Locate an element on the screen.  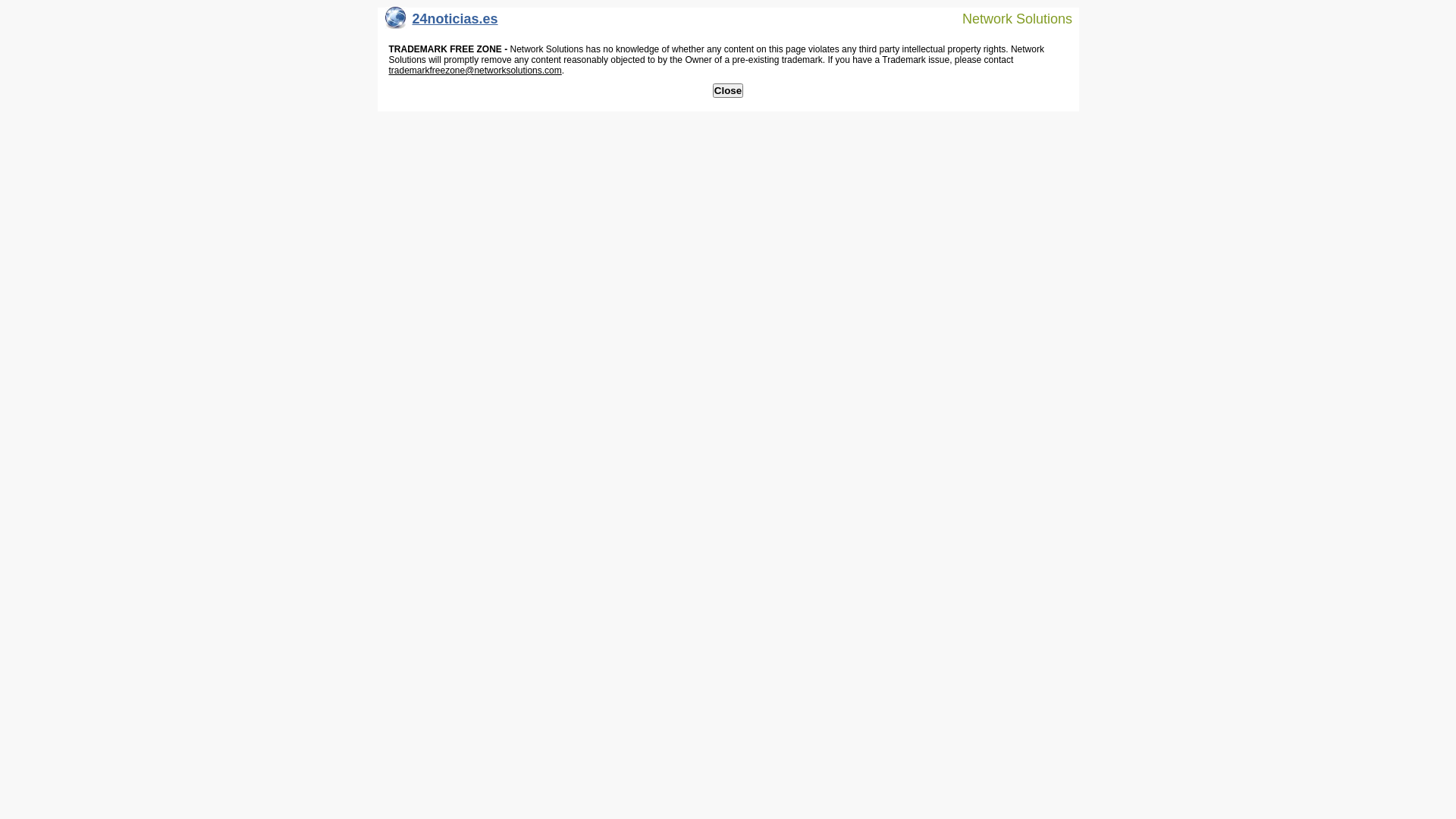
'24noticias.es' is located at coordinates (441, 22).